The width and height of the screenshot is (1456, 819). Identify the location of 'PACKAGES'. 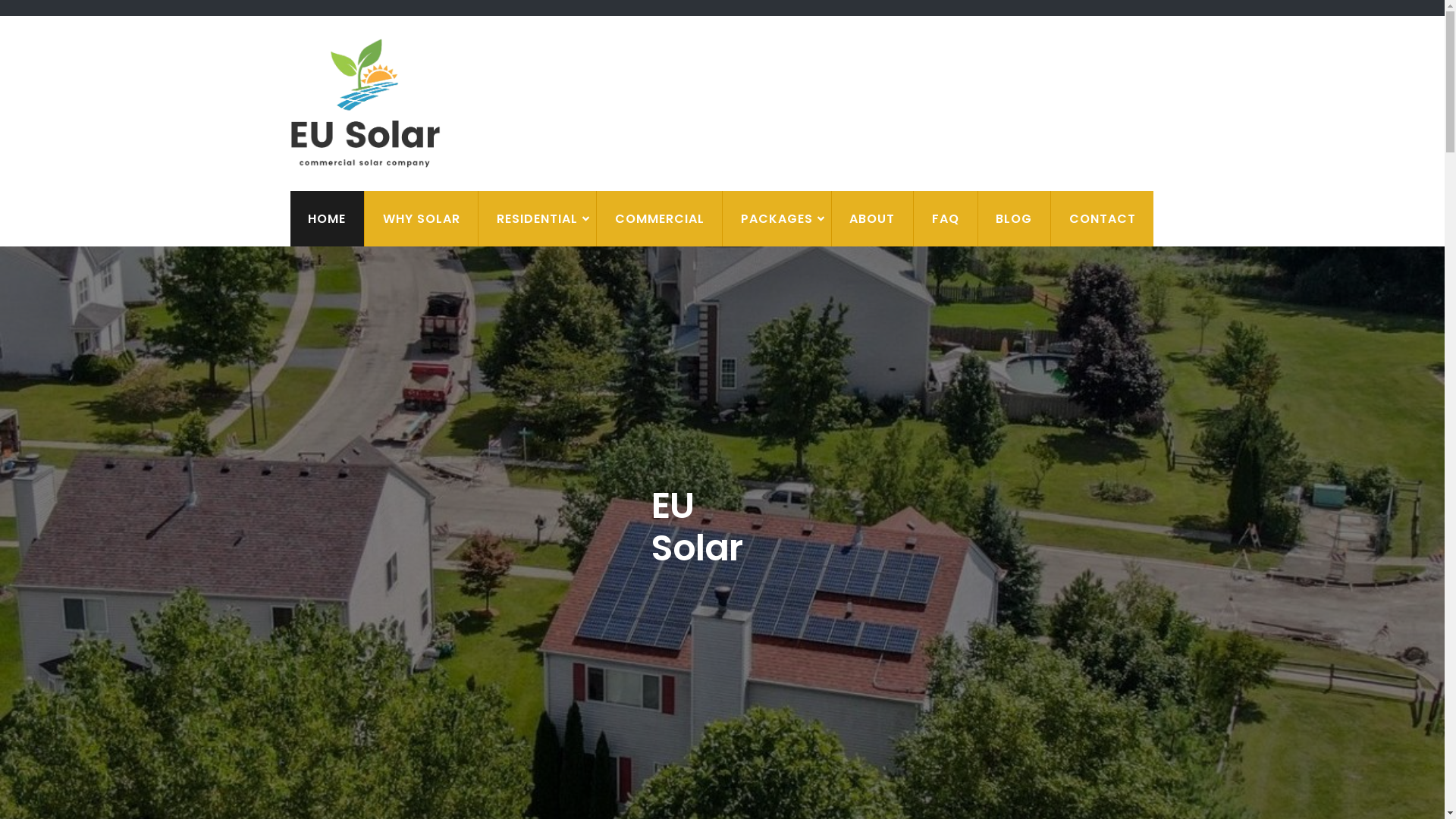
(776, 218).